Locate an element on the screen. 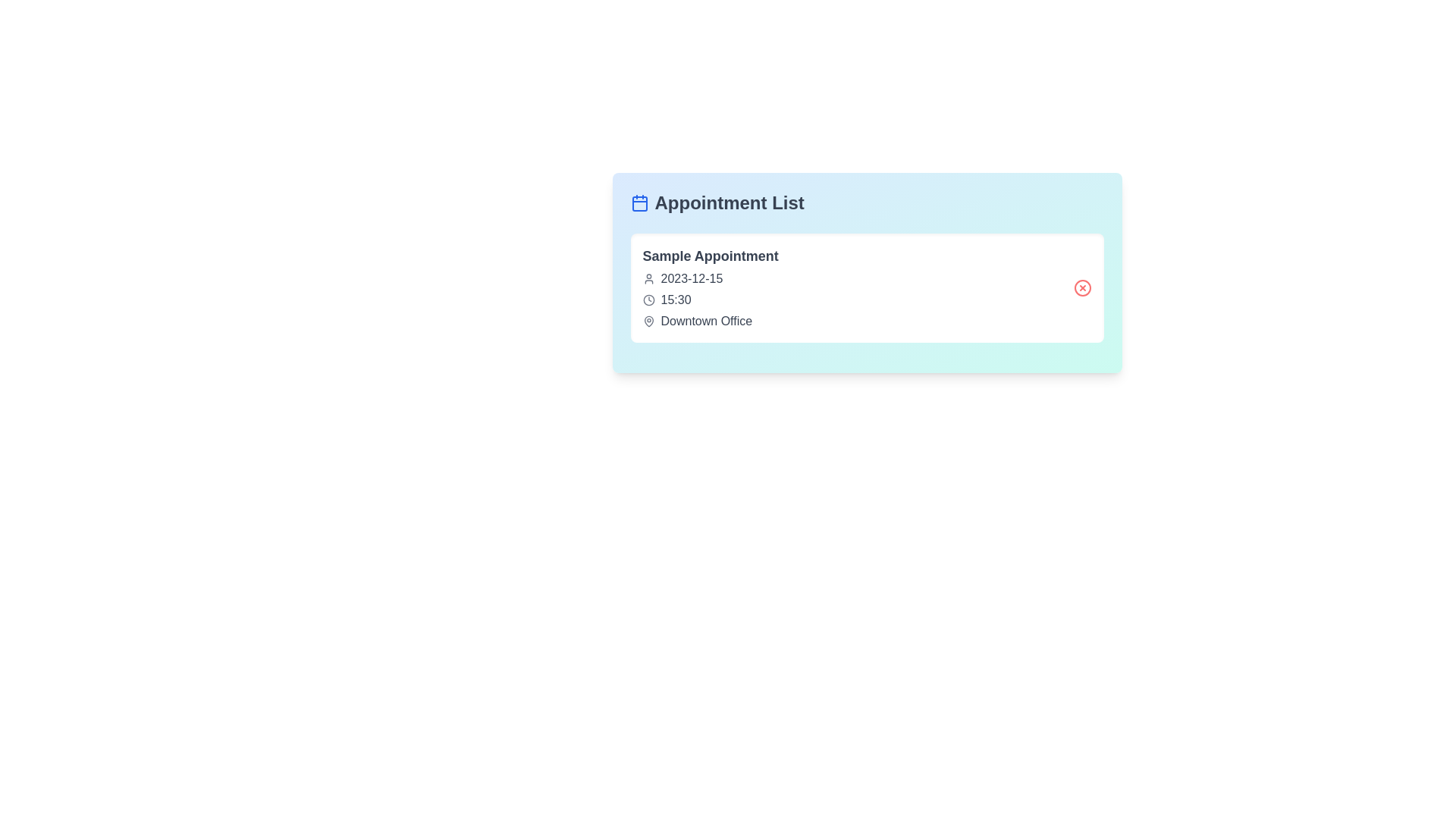  the outermost circular shape of the clock icon, which represents the clock face's border is located at coordinates (648, 300).